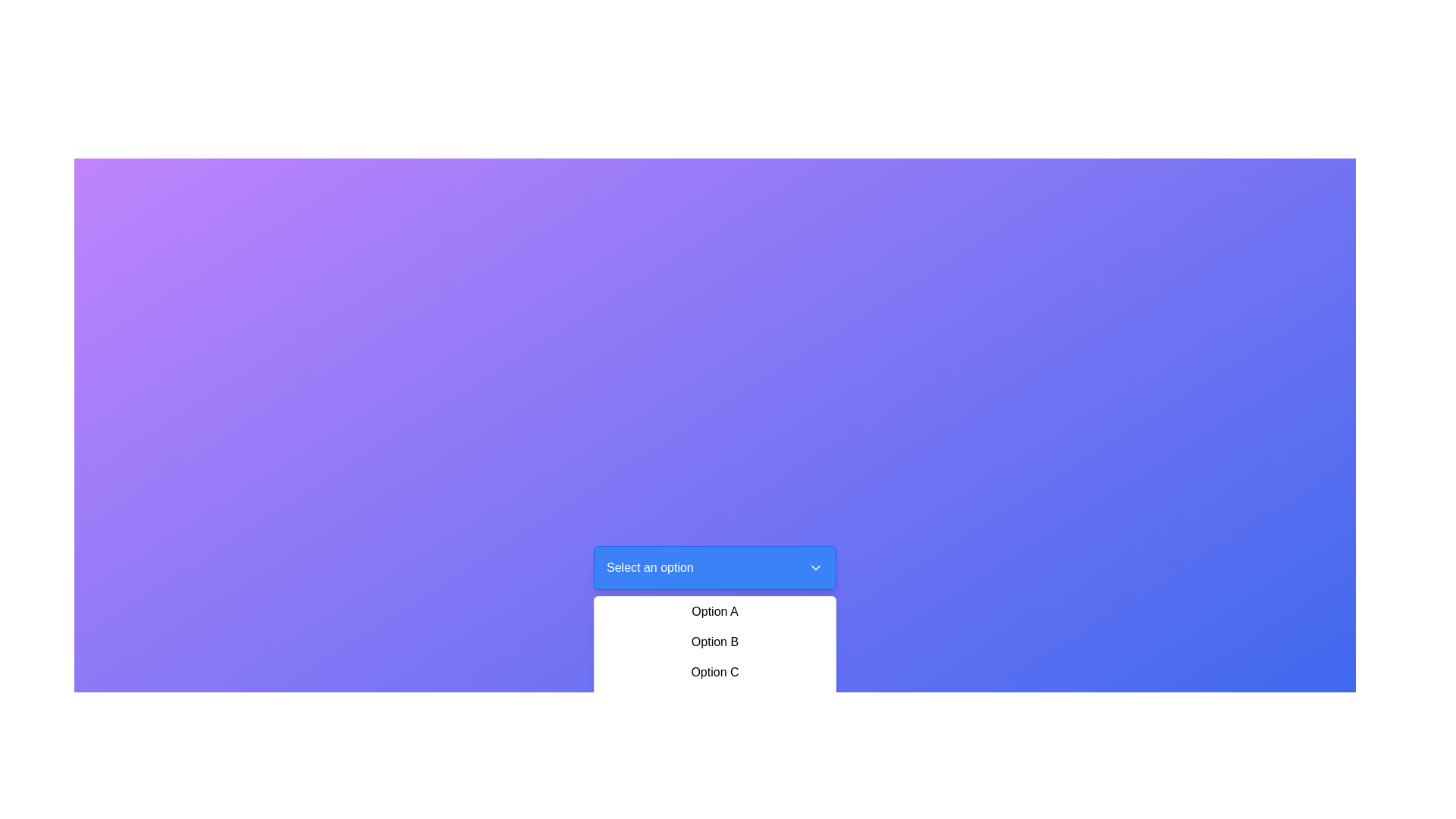  Describe the element at coordinates (714, 642) in the screenshot. I see `the second item` at that location.